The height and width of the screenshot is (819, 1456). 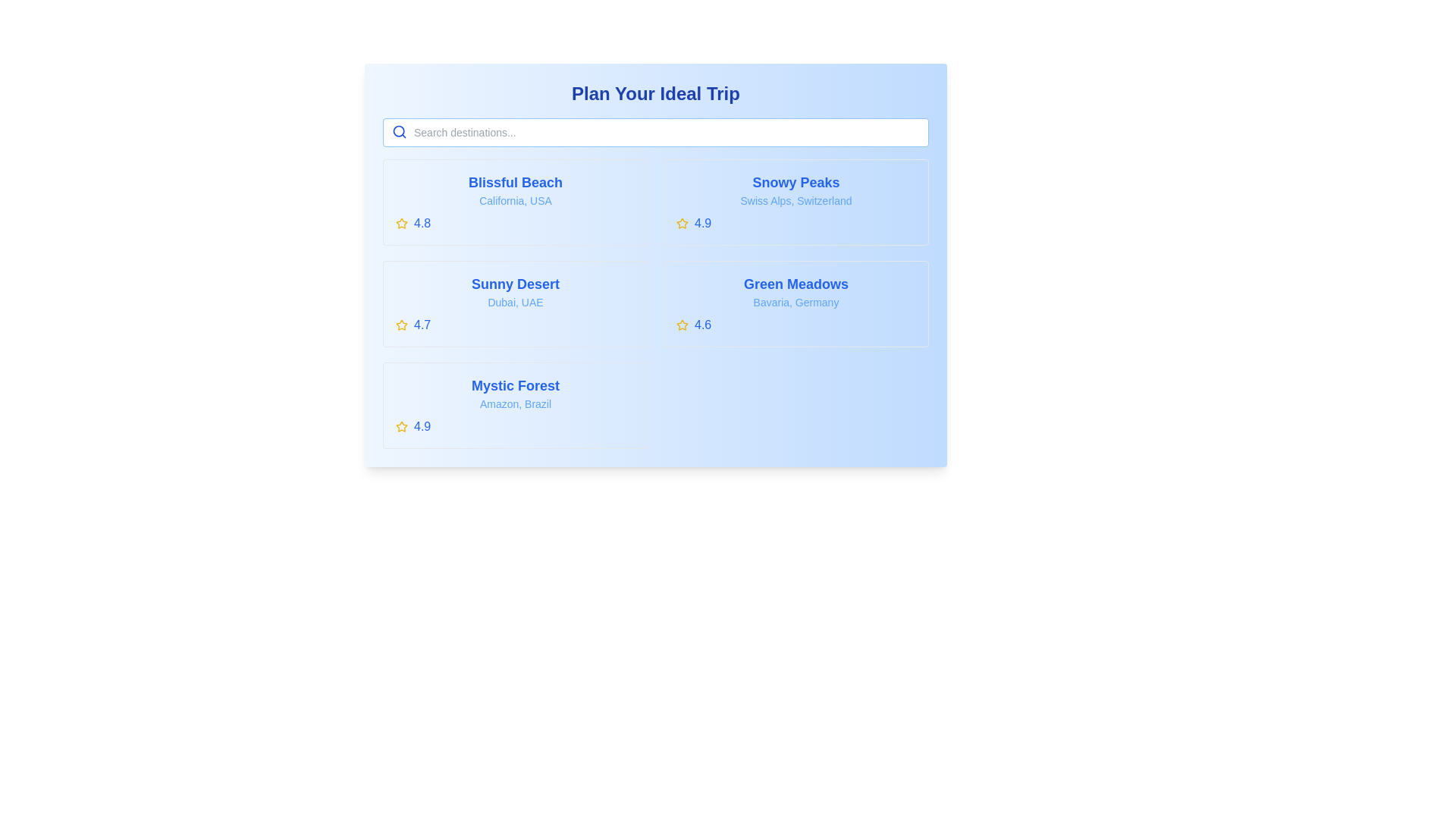 What do you see at coordinates (655, 131) in the screenshot?
I see `the search input field with the placeholder 'Search destinations...' to focus on it` at bounding box center [655, 131].